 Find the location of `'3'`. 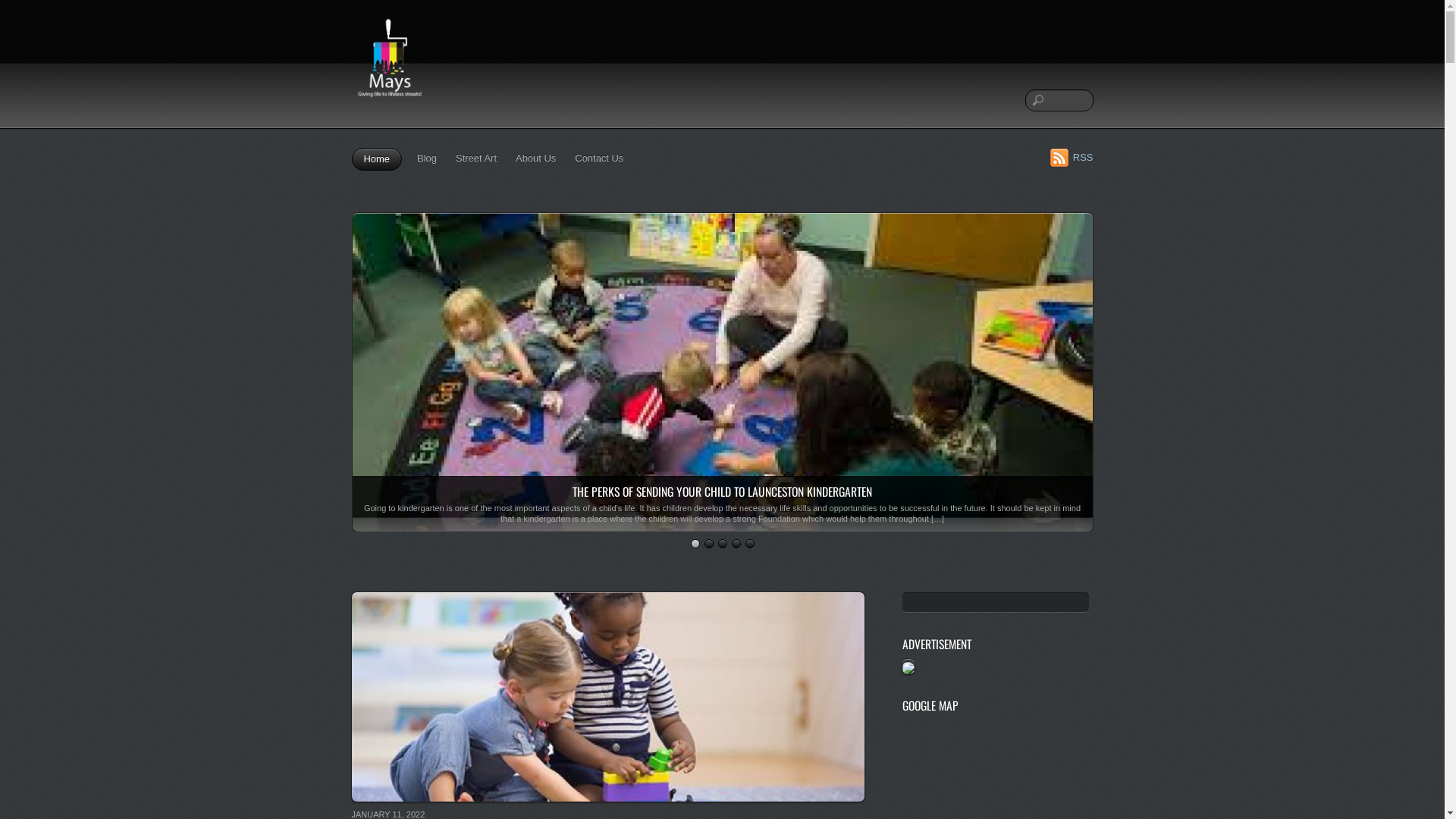

'3' is located at coordinates (720, 543).